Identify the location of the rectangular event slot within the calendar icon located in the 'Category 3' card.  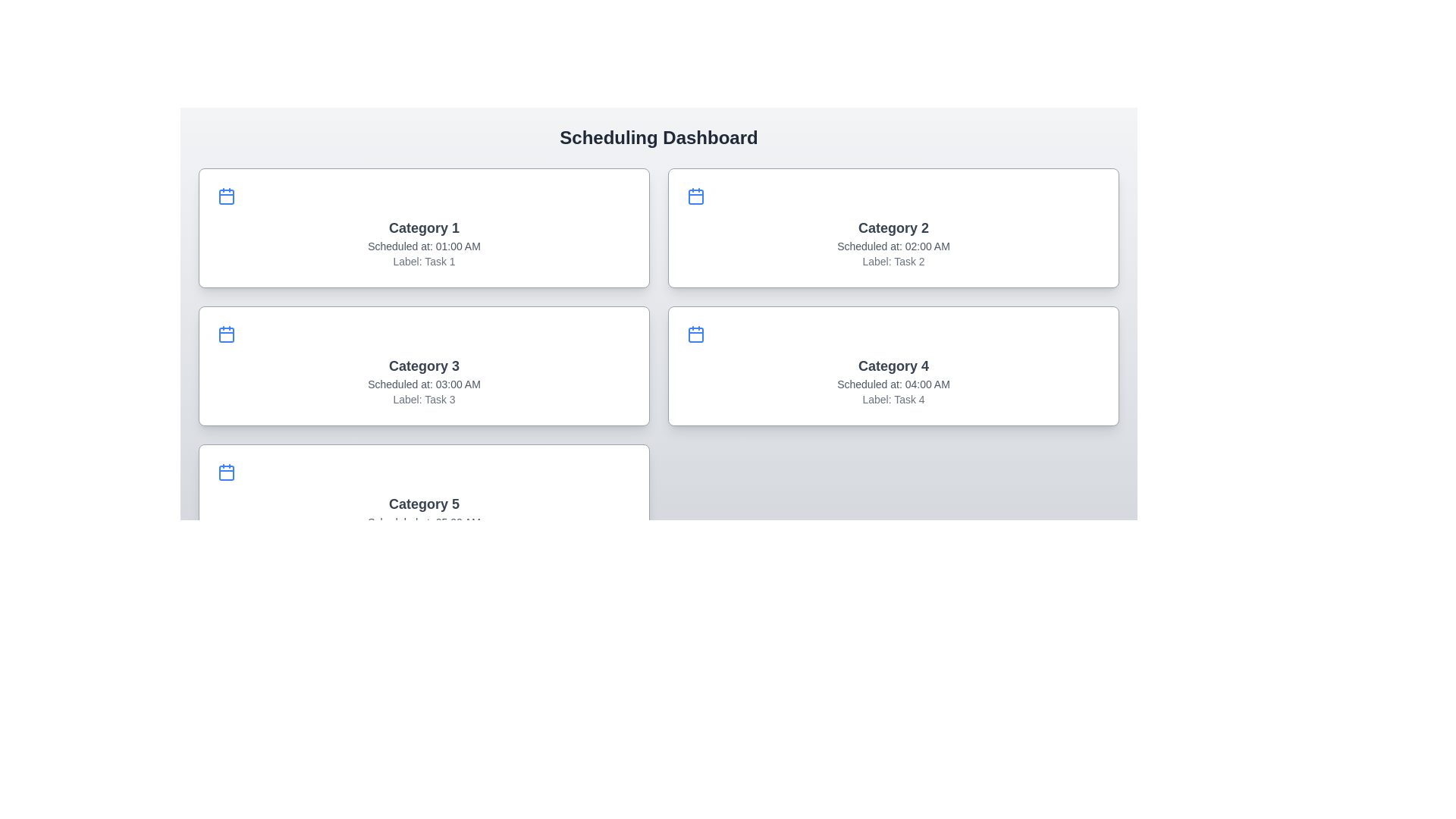
(225, 334).